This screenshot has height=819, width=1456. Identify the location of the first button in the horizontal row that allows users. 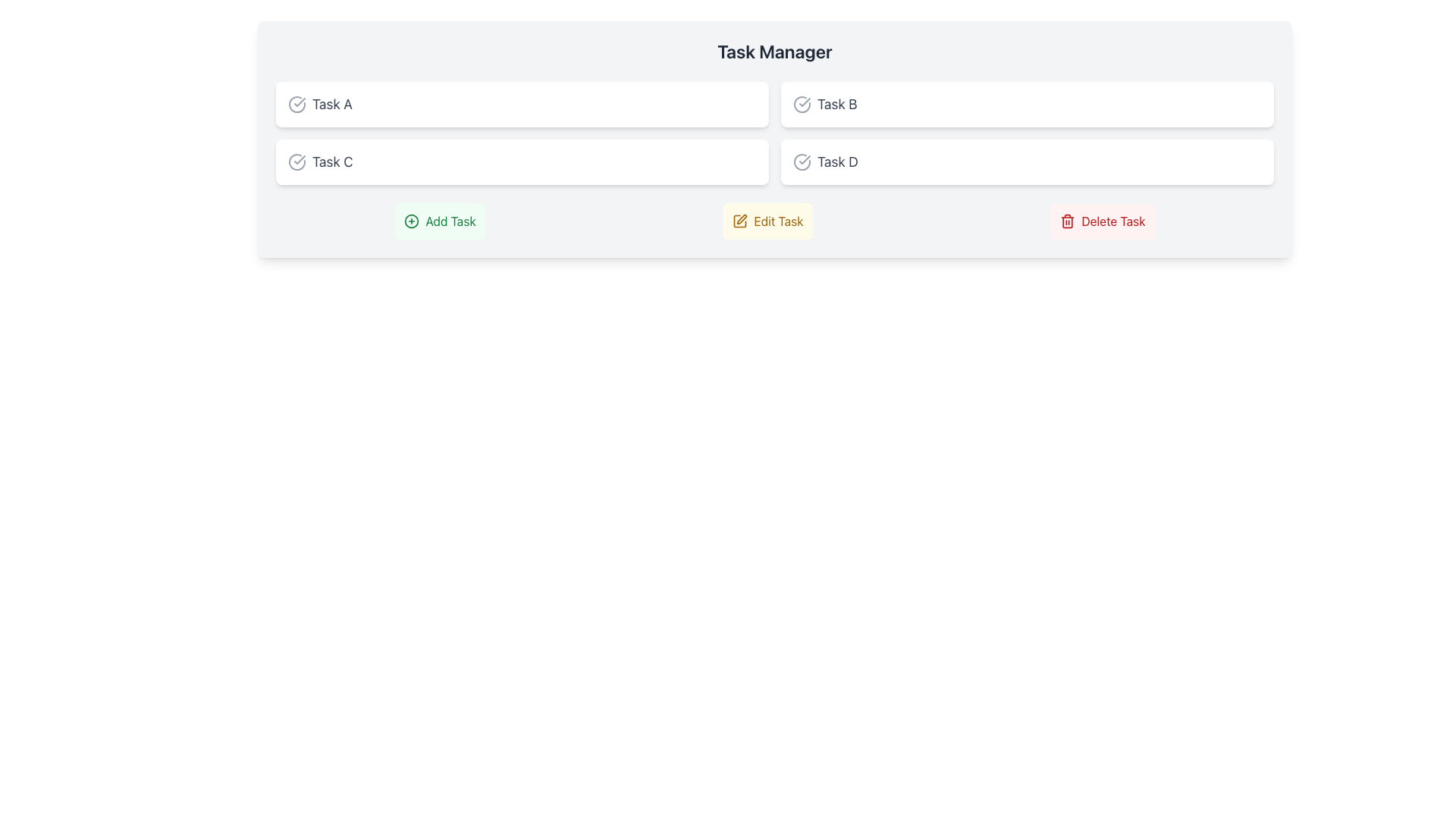
(439, 221).